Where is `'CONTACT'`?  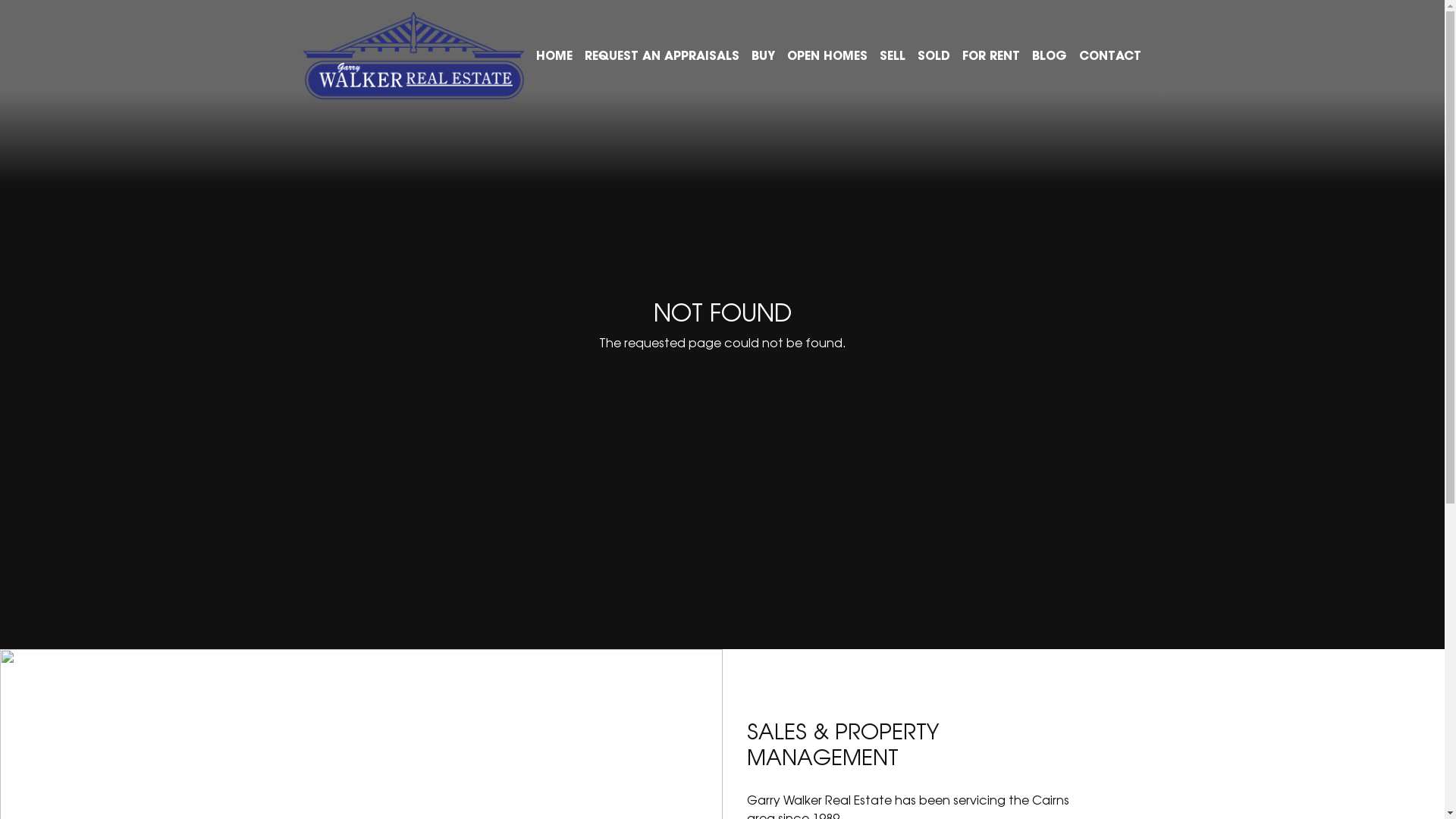 'CONTACT' is located at coordinates (1072, 55).